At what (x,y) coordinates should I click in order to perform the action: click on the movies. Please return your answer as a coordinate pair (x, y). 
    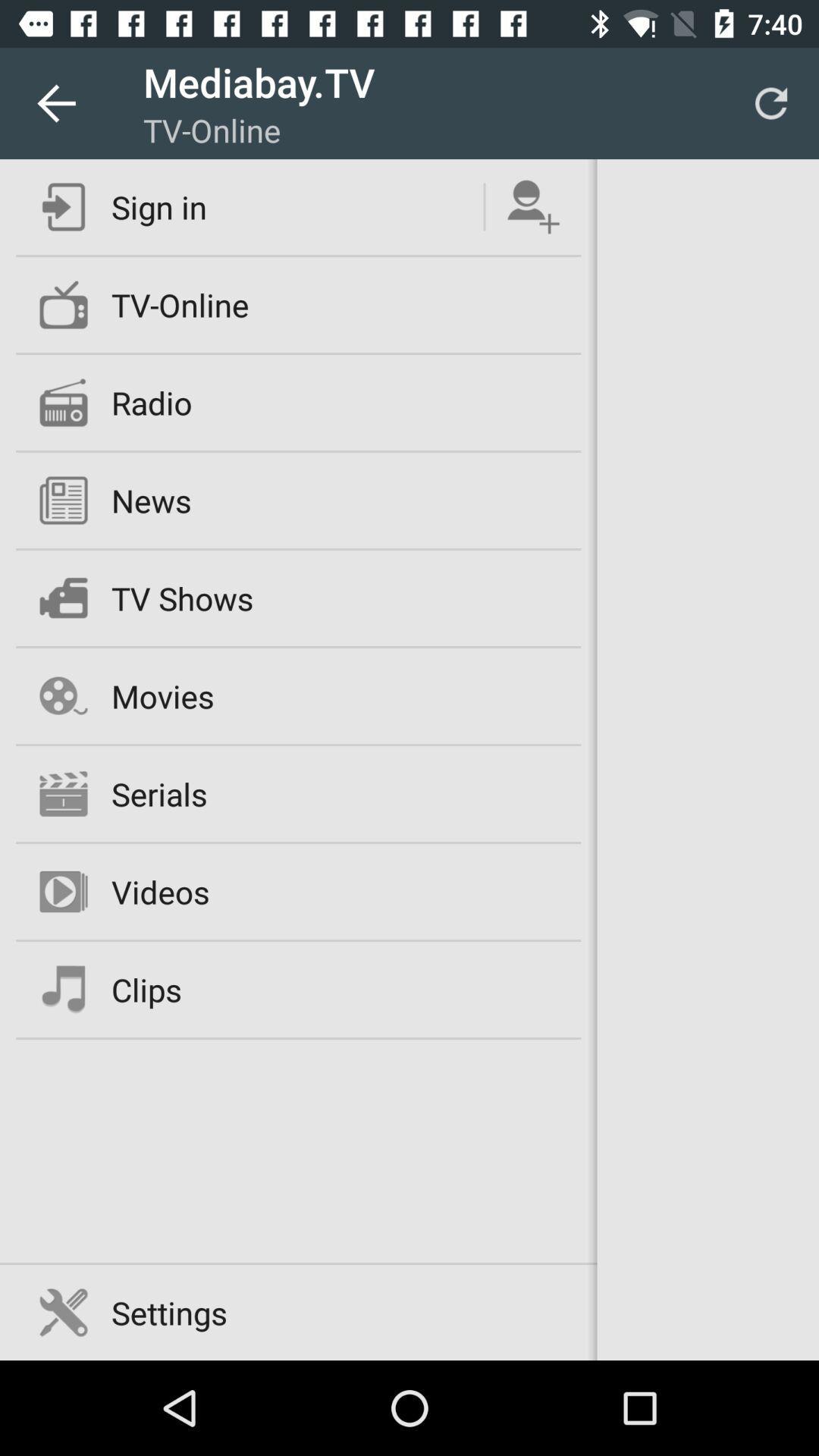
    Looking at the image, I should click on (162, 695).